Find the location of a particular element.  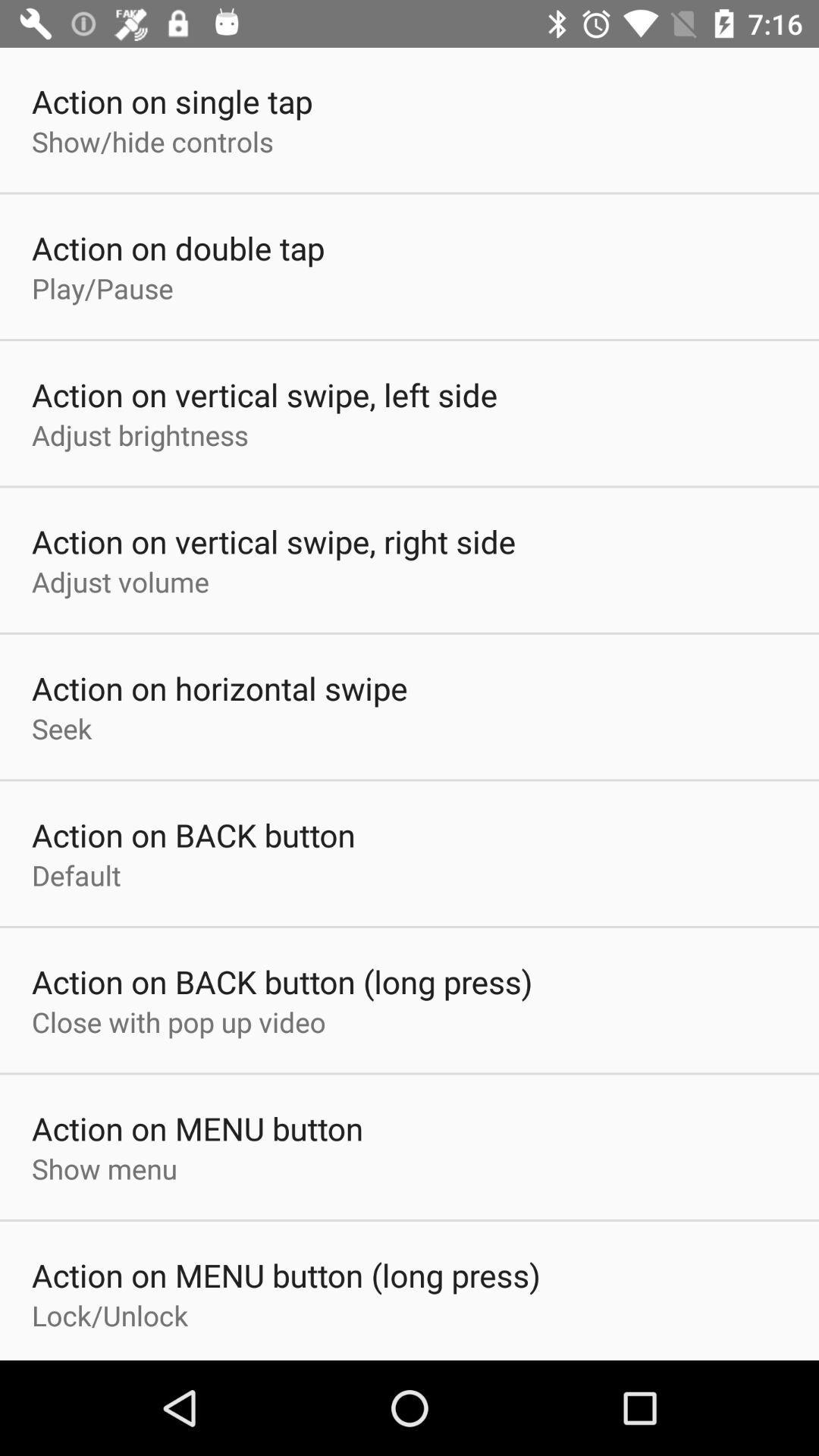

the close with pop app is located at coordinates (177, 1021).